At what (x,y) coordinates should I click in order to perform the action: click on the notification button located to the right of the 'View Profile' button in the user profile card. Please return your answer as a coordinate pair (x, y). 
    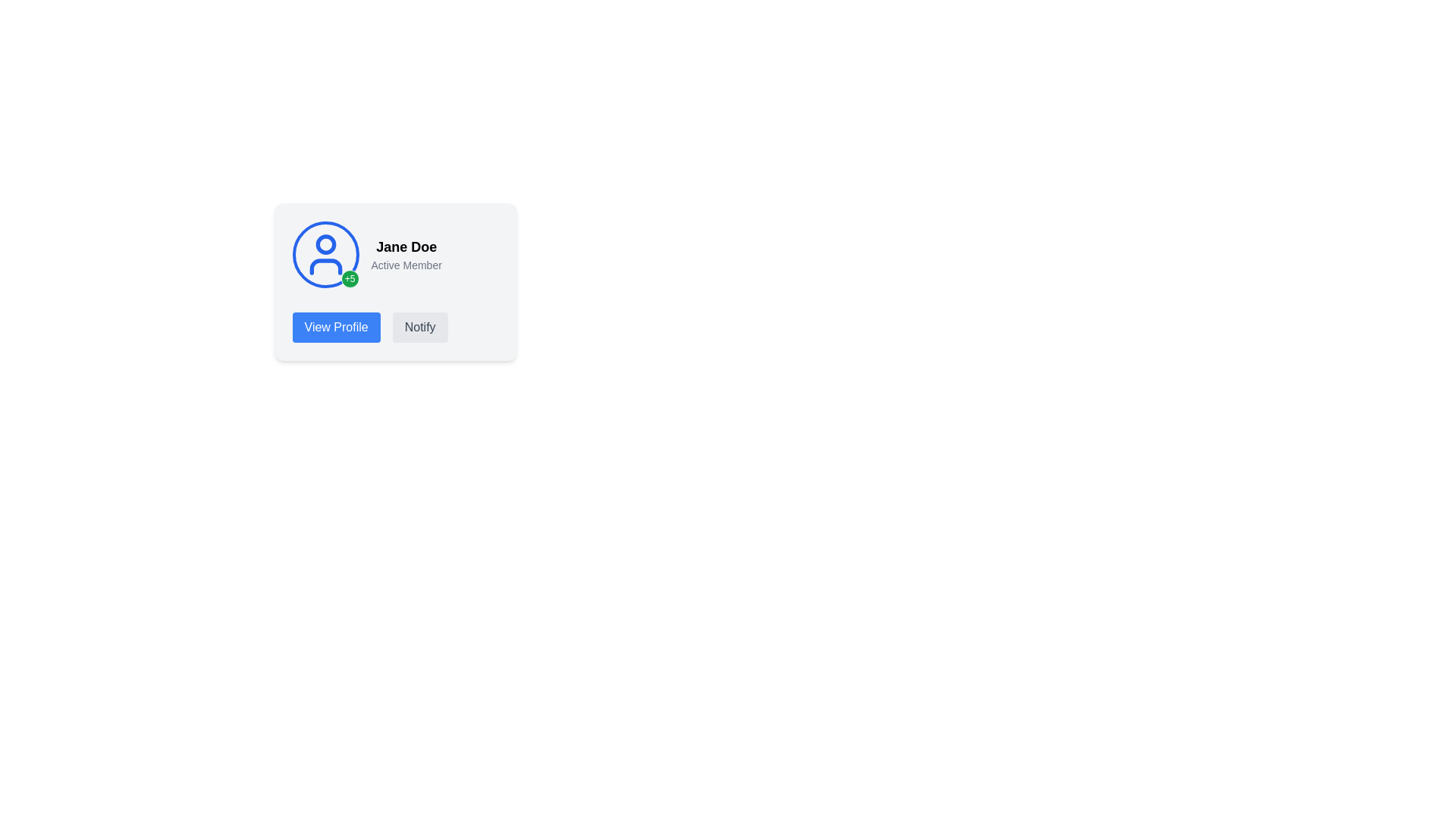
    Looking at the image, I should click on (420, 327).